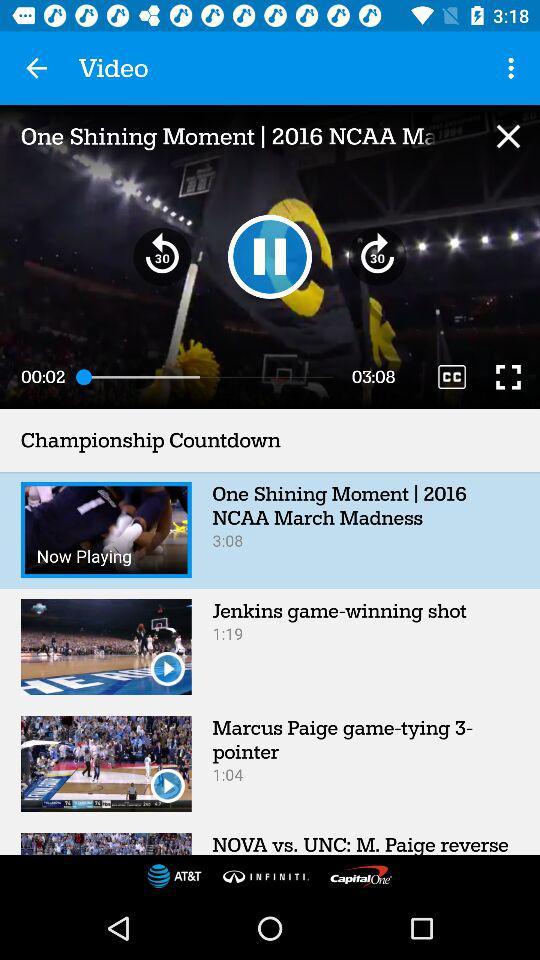 The height and width of the screenshot is (960, 540). I want to click on video, so click(508, 135).